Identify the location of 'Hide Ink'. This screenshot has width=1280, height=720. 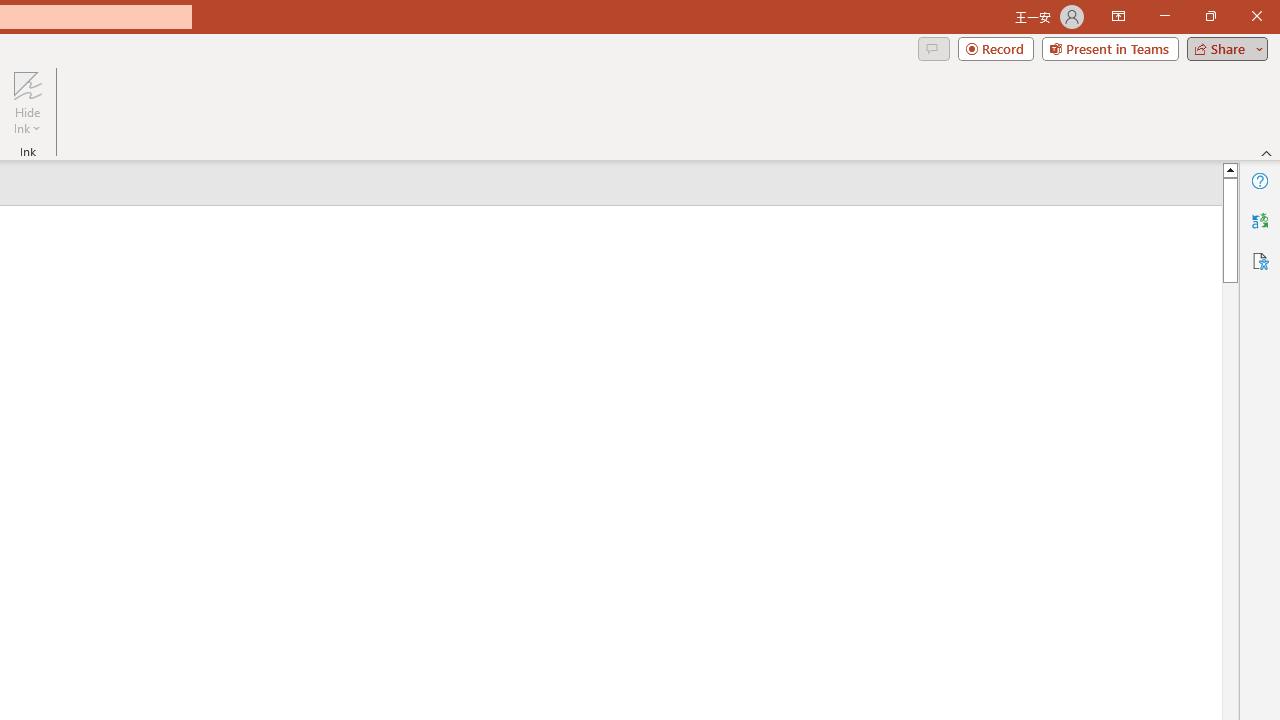
(27, 103).